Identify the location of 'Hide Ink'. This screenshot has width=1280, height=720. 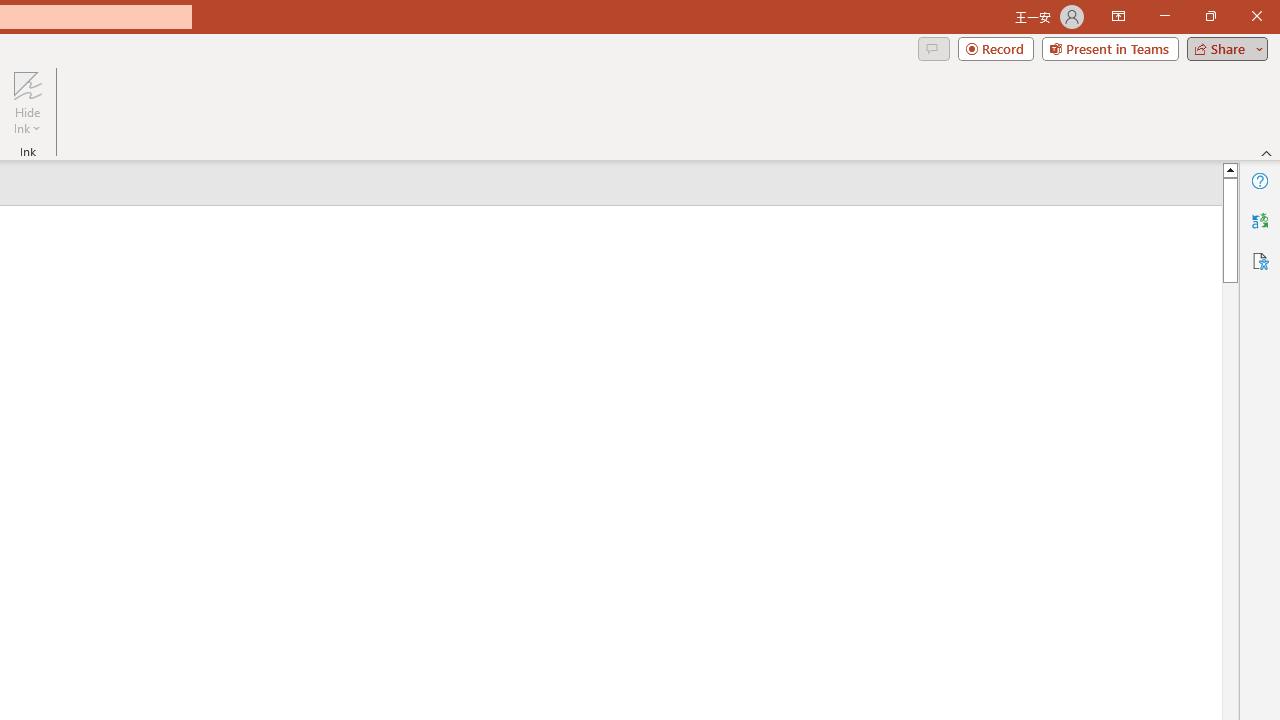
(27, 103).